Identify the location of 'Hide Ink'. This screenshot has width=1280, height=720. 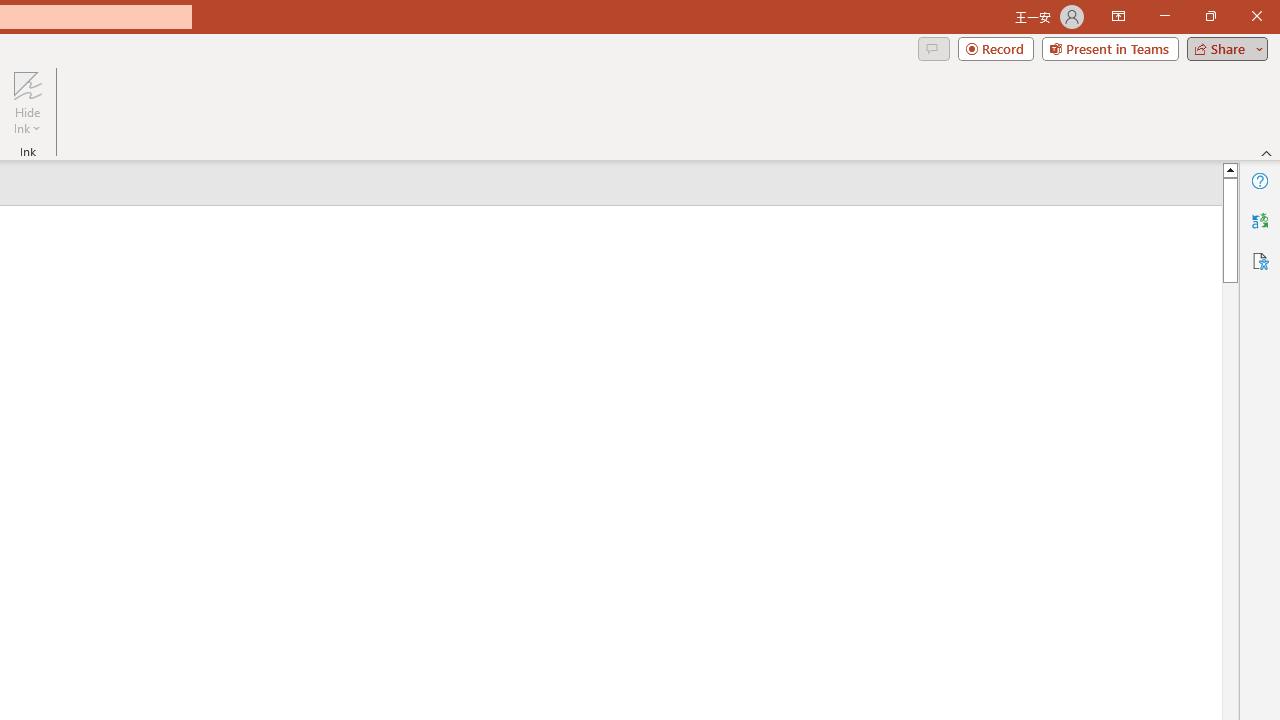
(27, 103).